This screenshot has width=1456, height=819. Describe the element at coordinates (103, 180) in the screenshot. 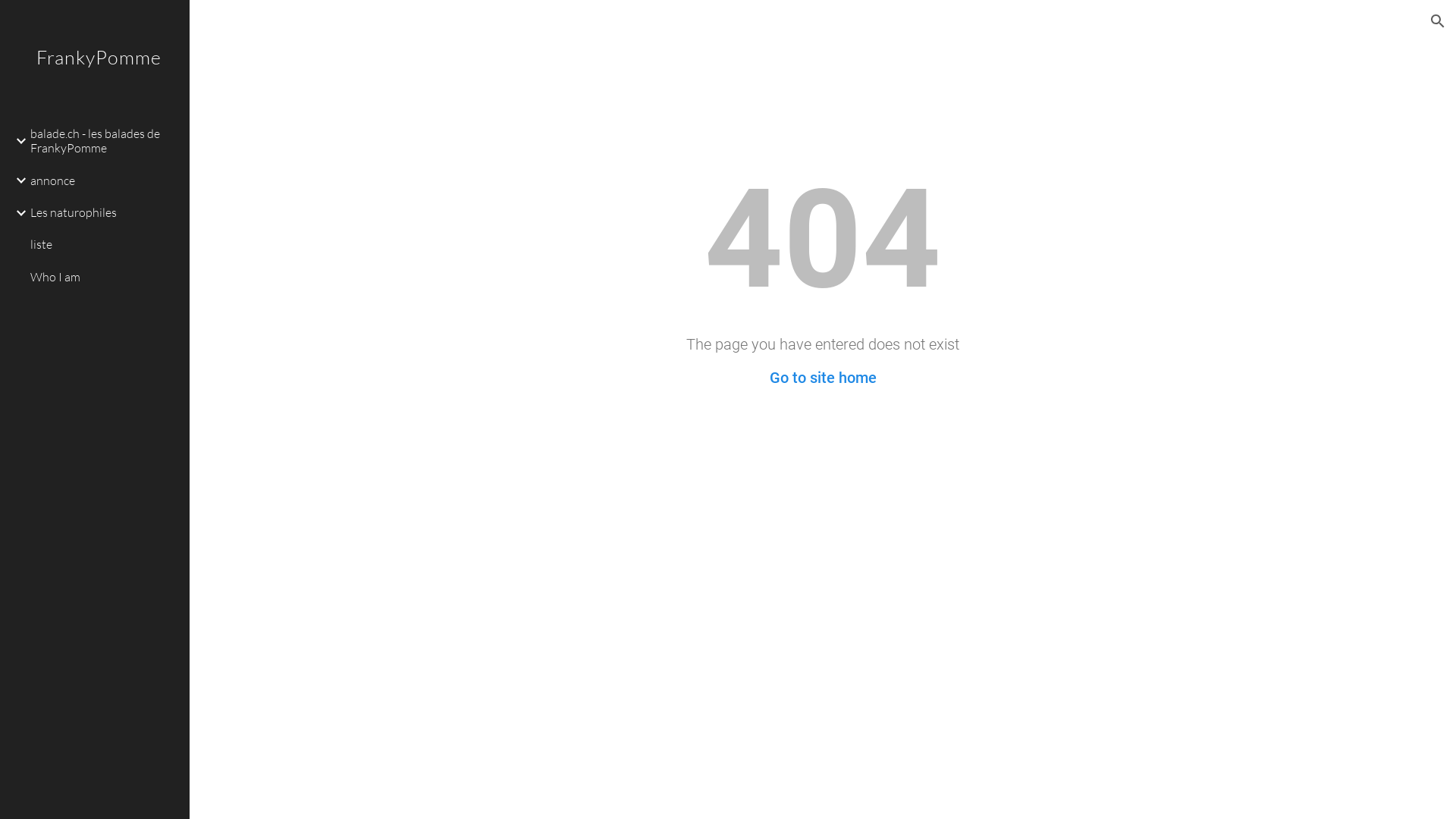

I see `'annonce'` at that location.